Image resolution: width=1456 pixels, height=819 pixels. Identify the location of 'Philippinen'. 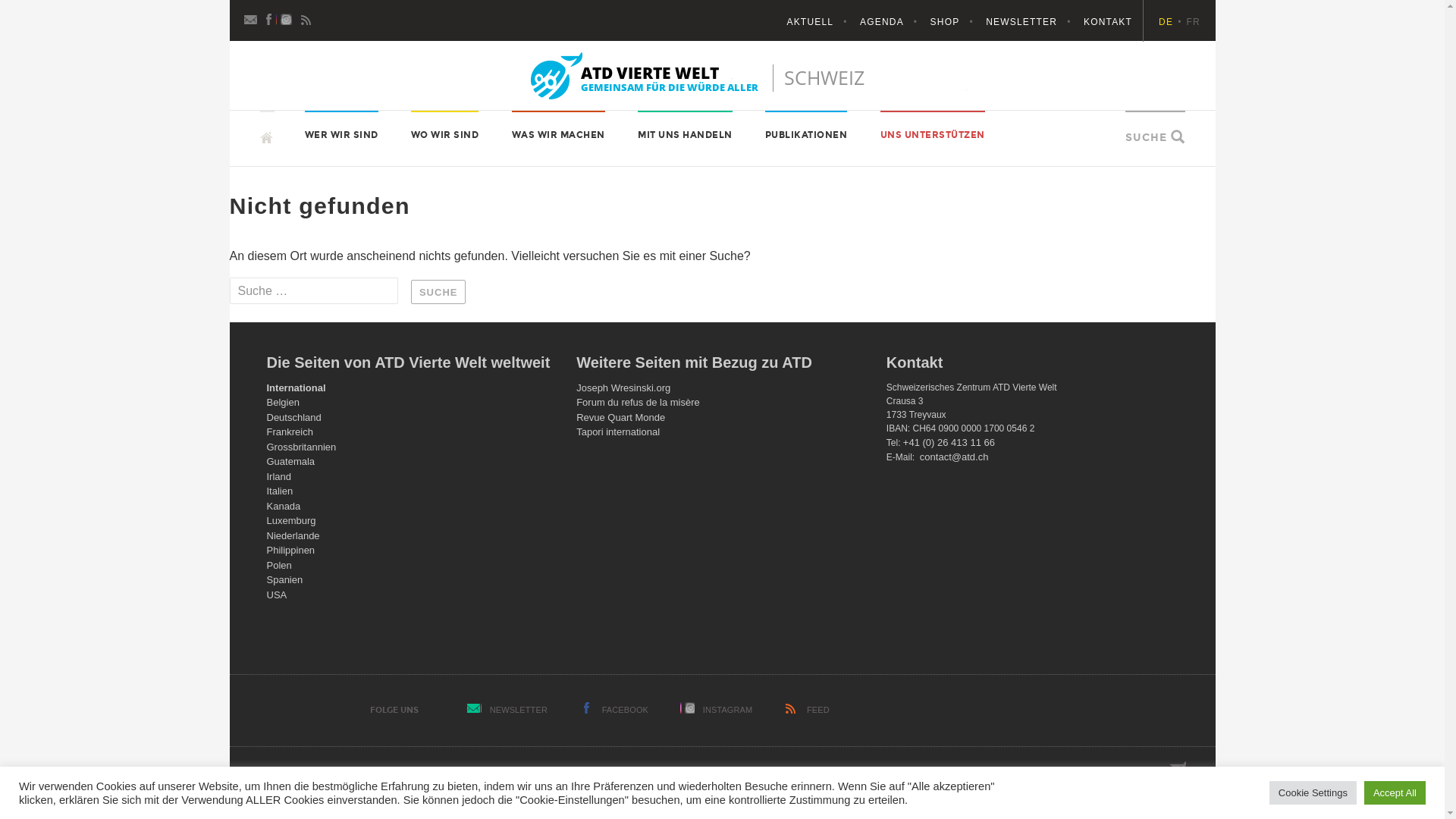
(266, 550).